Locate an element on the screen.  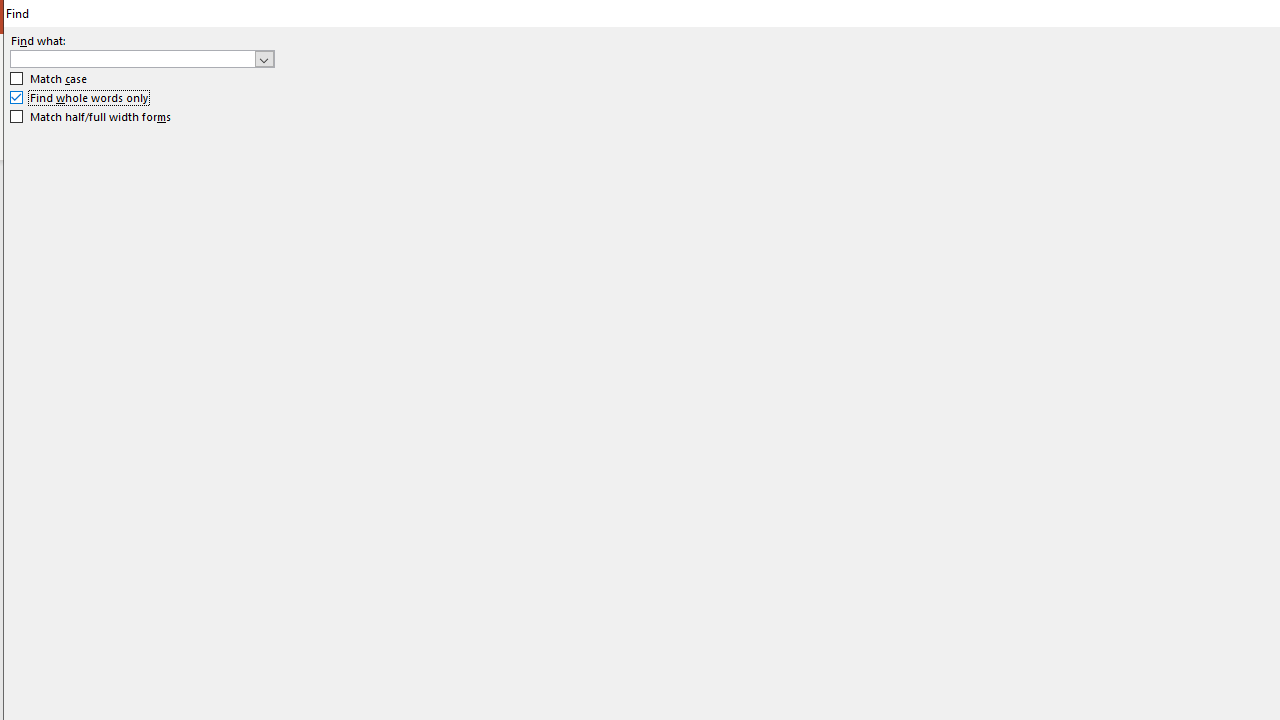
'Find whole words only' is located at coordinates (80, 97).